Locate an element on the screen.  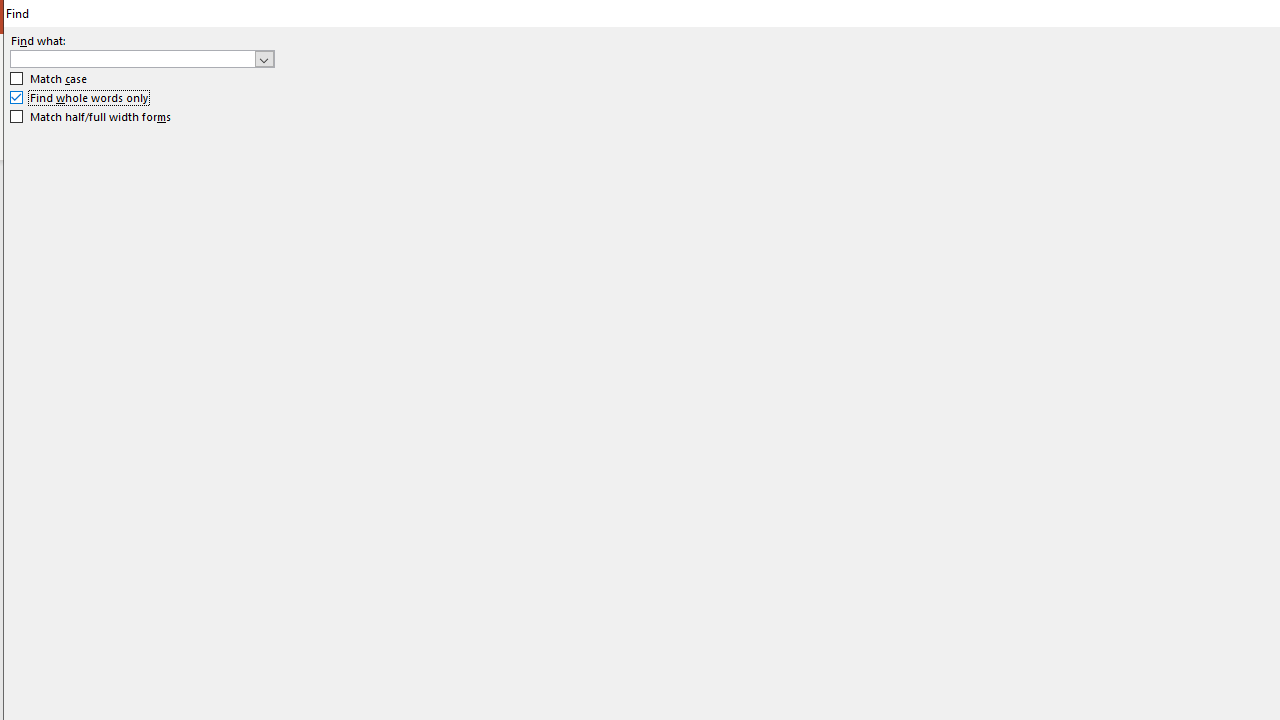
'Find whole words only' is located at coordinates (80, 97).